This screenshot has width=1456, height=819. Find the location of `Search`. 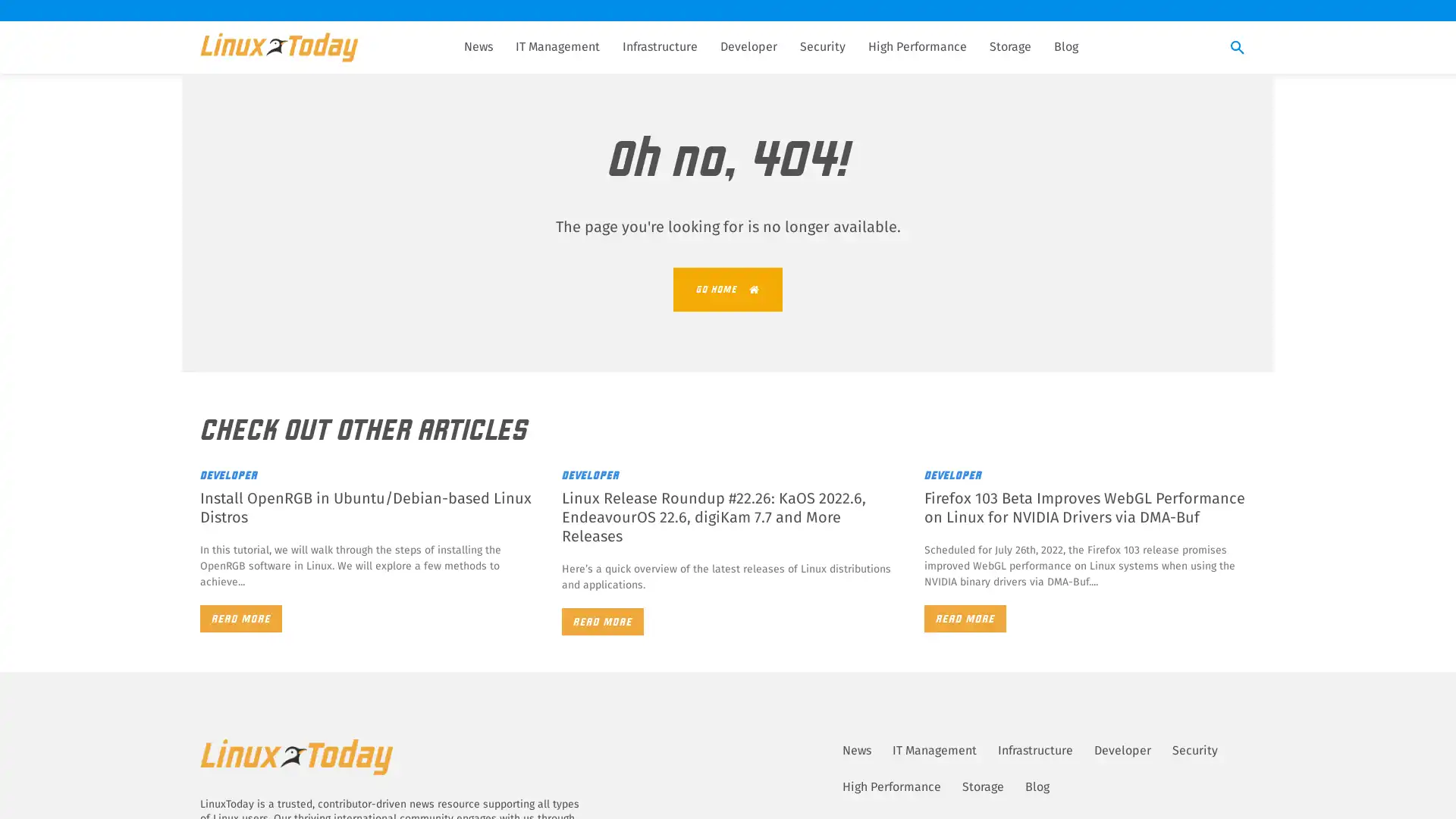

Search is located at coordinates (1238, 48).